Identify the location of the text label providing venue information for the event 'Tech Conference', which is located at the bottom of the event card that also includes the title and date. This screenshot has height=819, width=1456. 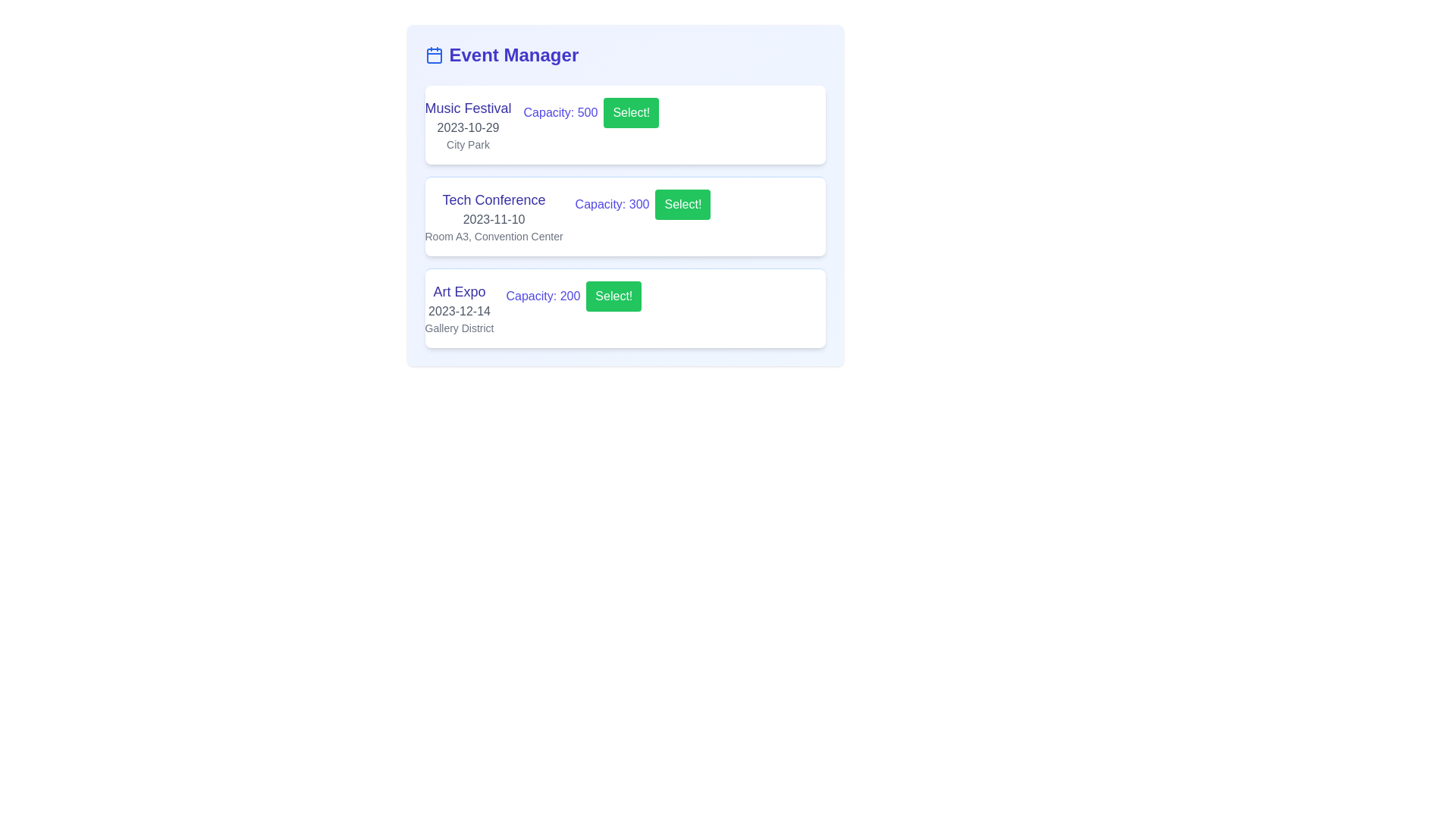
(494, 237).